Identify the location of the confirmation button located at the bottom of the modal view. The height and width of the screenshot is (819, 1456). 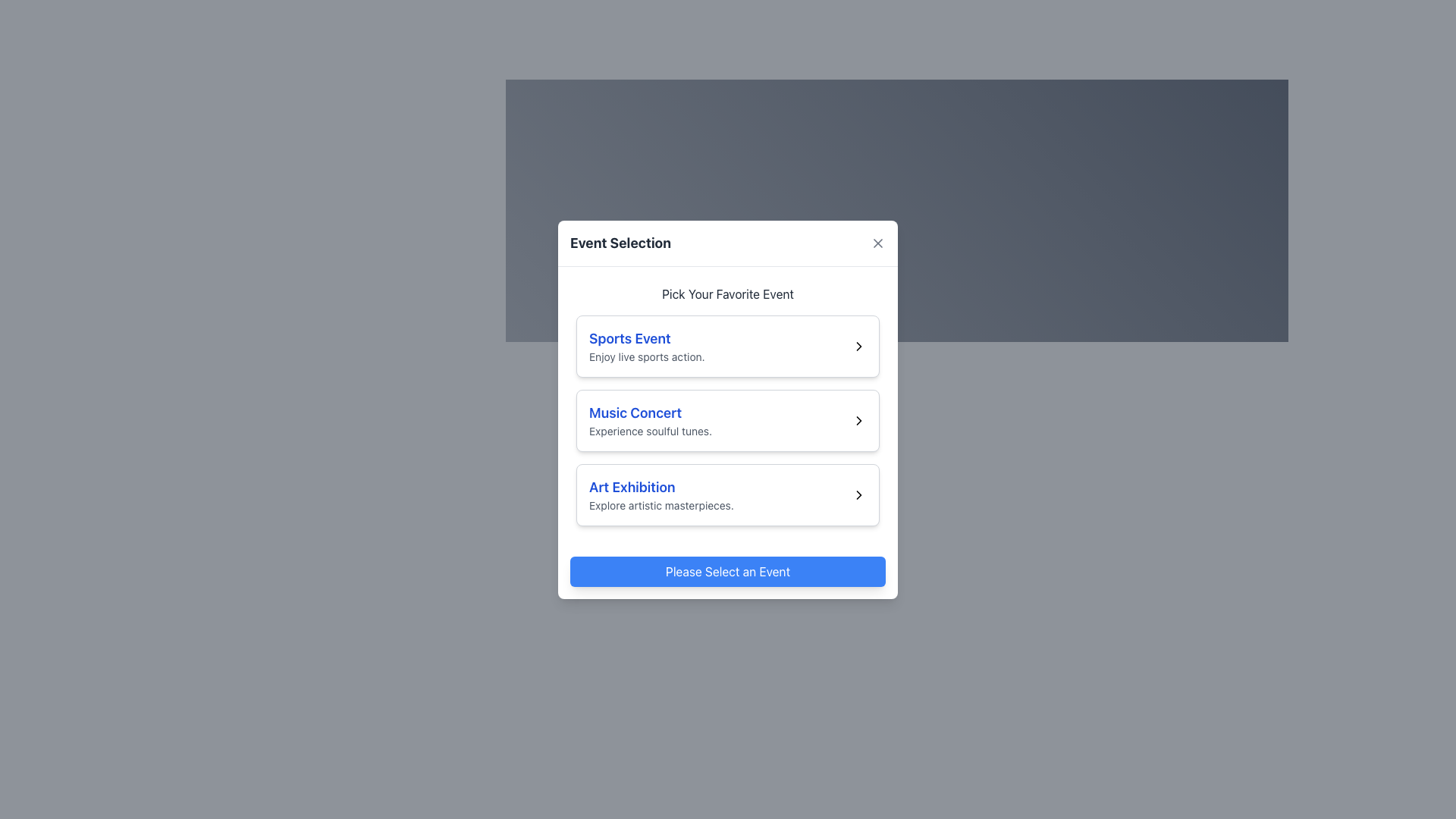
(728, 570).